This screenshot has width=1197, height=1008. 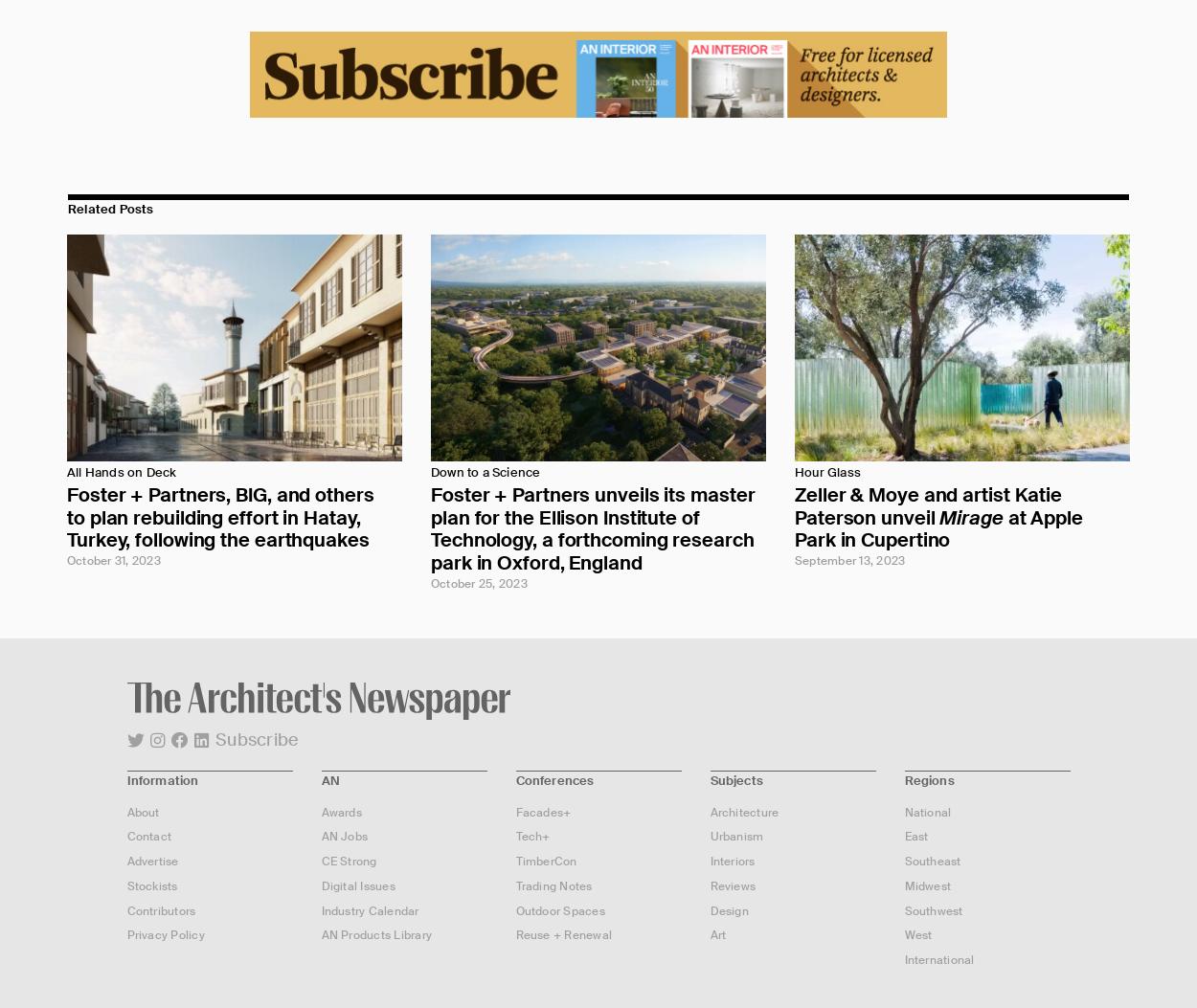 What do you see at coordinates (926, 810) in the screenshot?
I see `'National'` at bounding box center [926, 810].